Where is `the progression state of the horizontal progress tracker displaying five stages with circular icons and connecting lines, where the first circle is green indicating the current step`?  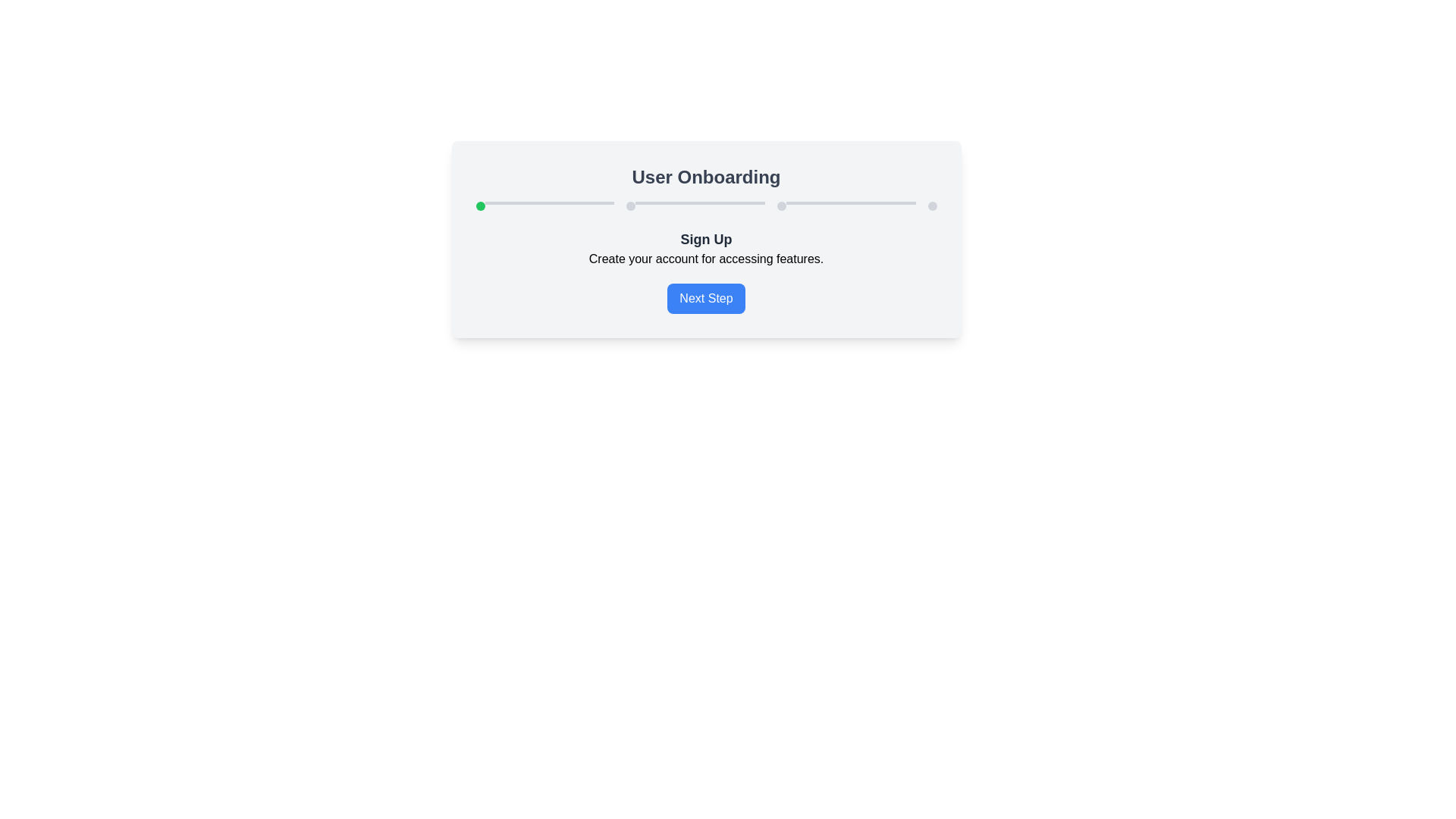 the progression state of the horizontal progress tracker displaying five stages with circular icons and connecting lines, where the first circle is green indicating the current step is located at coordinates (705, 206).